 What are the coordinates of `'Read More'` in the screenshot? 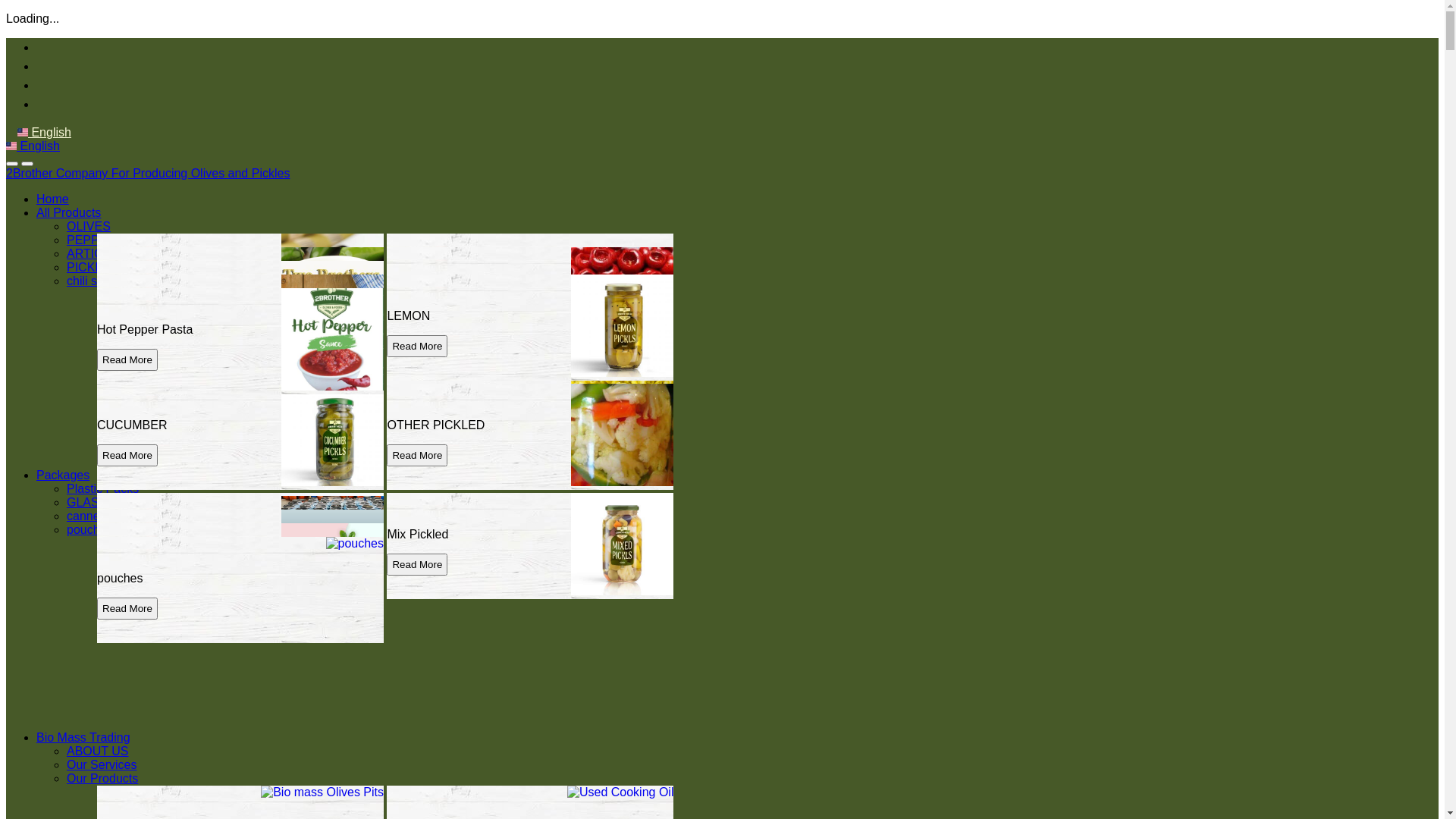 It's located at (127, 305).